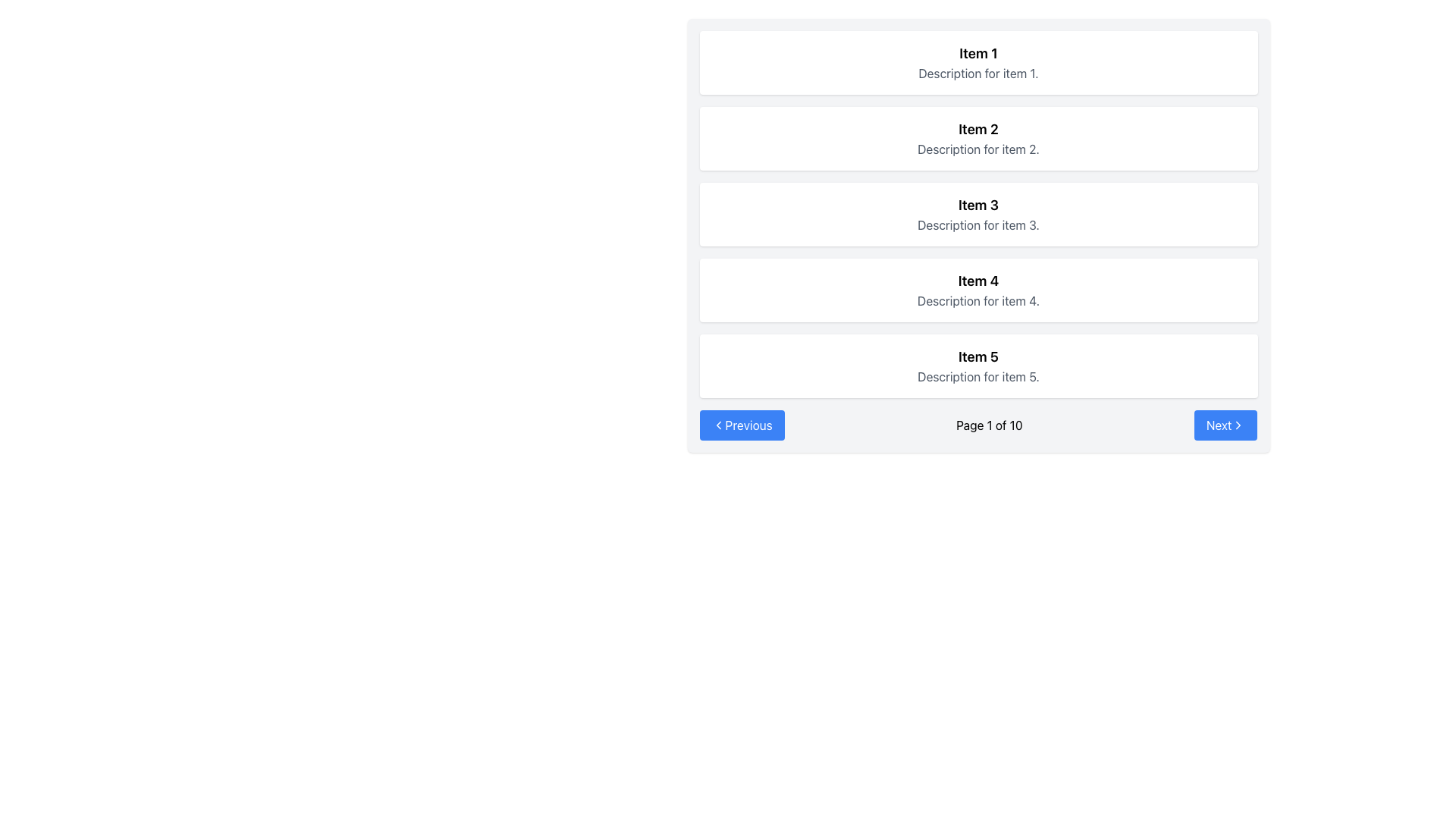 The width and height of the screenshot is (1456, 819). I want to click on the text label displaying 'Item 2' from its current position, so click(978, 128).